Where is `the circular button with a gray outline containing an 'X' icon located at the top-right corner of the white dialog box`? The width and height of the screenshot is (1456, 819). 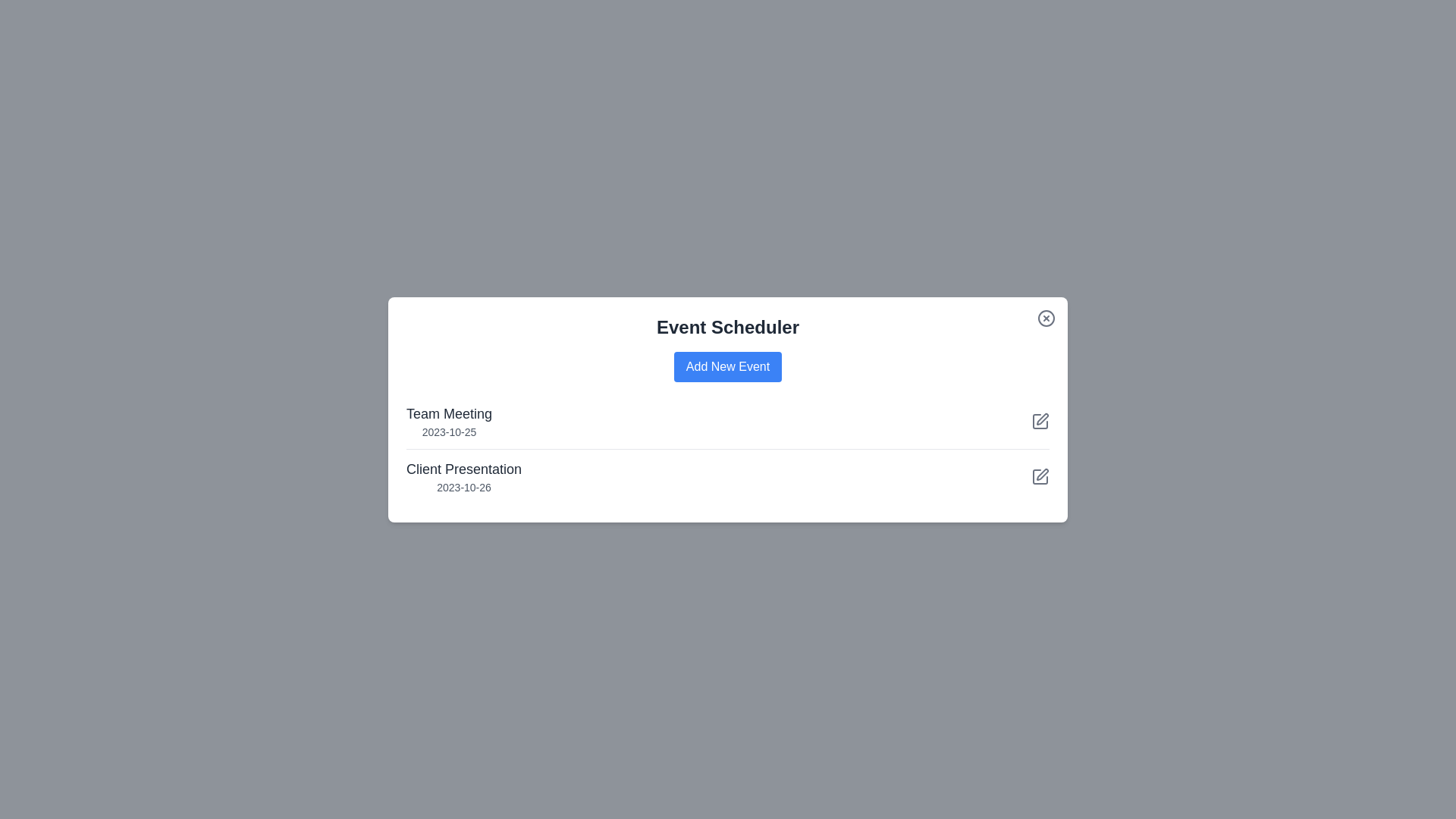 the circular button with a gray outline containing an 'X' icon located at the top-right corner of the white dialog box is located at coordinates (1046, 317).